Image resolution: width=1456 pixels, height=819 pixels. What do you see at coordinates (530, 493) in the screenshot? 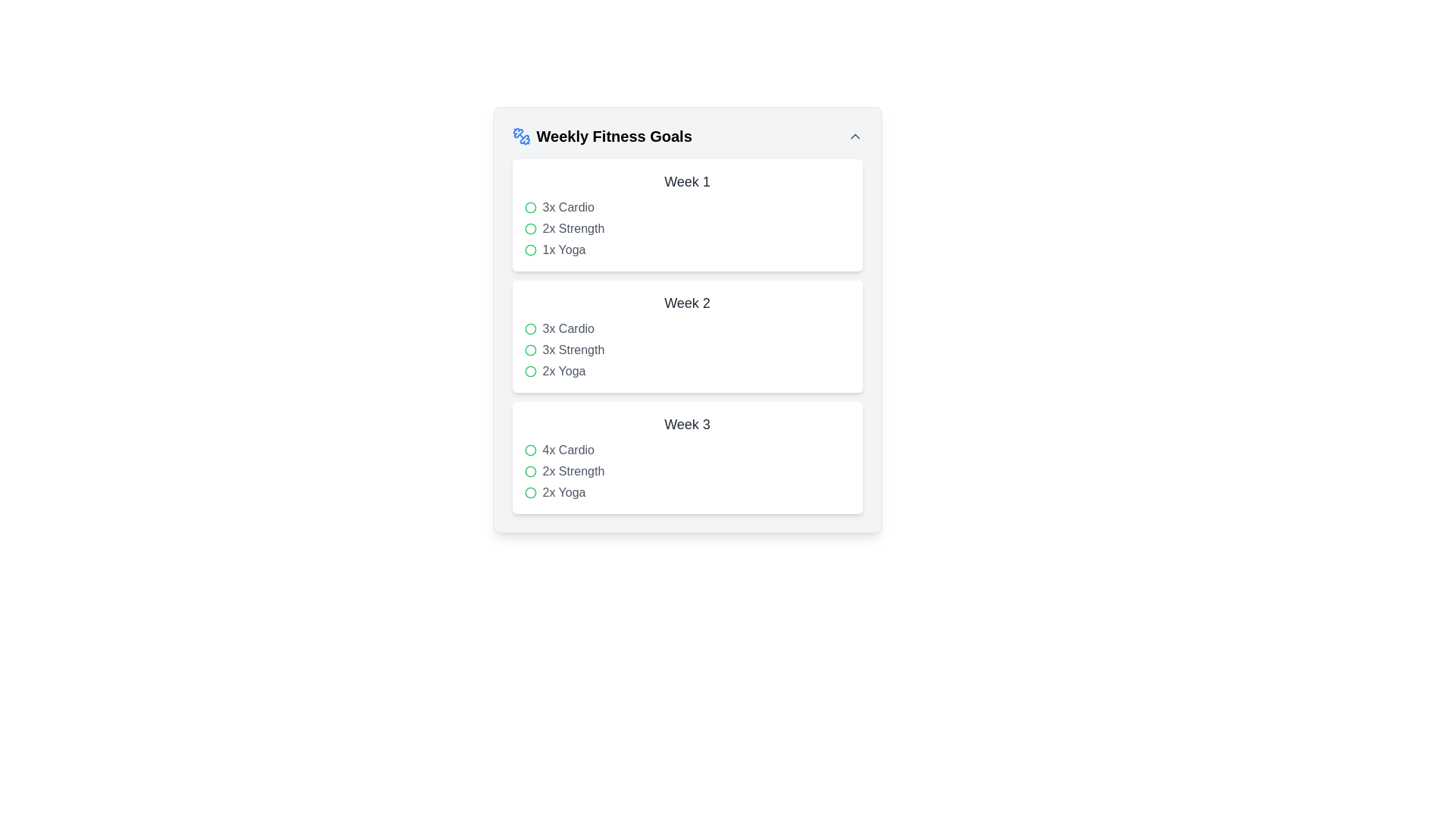
I see `the green circular icon with a hollow center located to the left of the text '2x Yoga' in the weekly goals list under 'Week 3' to change status or reveal information` at bounding box center [530, 493].